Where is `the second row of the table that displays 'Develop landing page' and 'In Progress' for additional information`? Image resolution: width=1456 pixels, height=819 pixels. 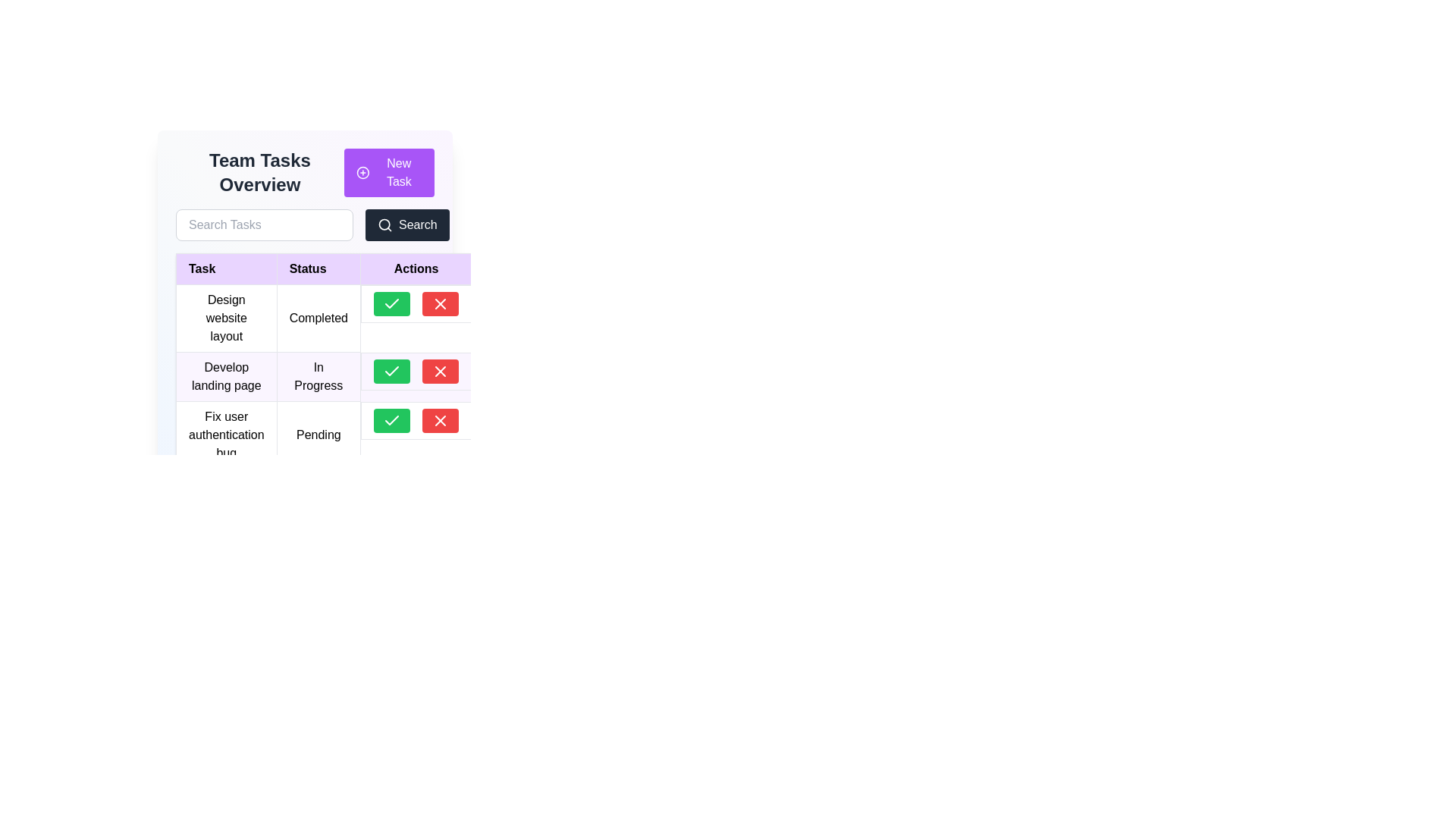
the second row of the table that displays 'Develop landing page' and 'In Progress' for additional information is located at coordinates (323, 376).